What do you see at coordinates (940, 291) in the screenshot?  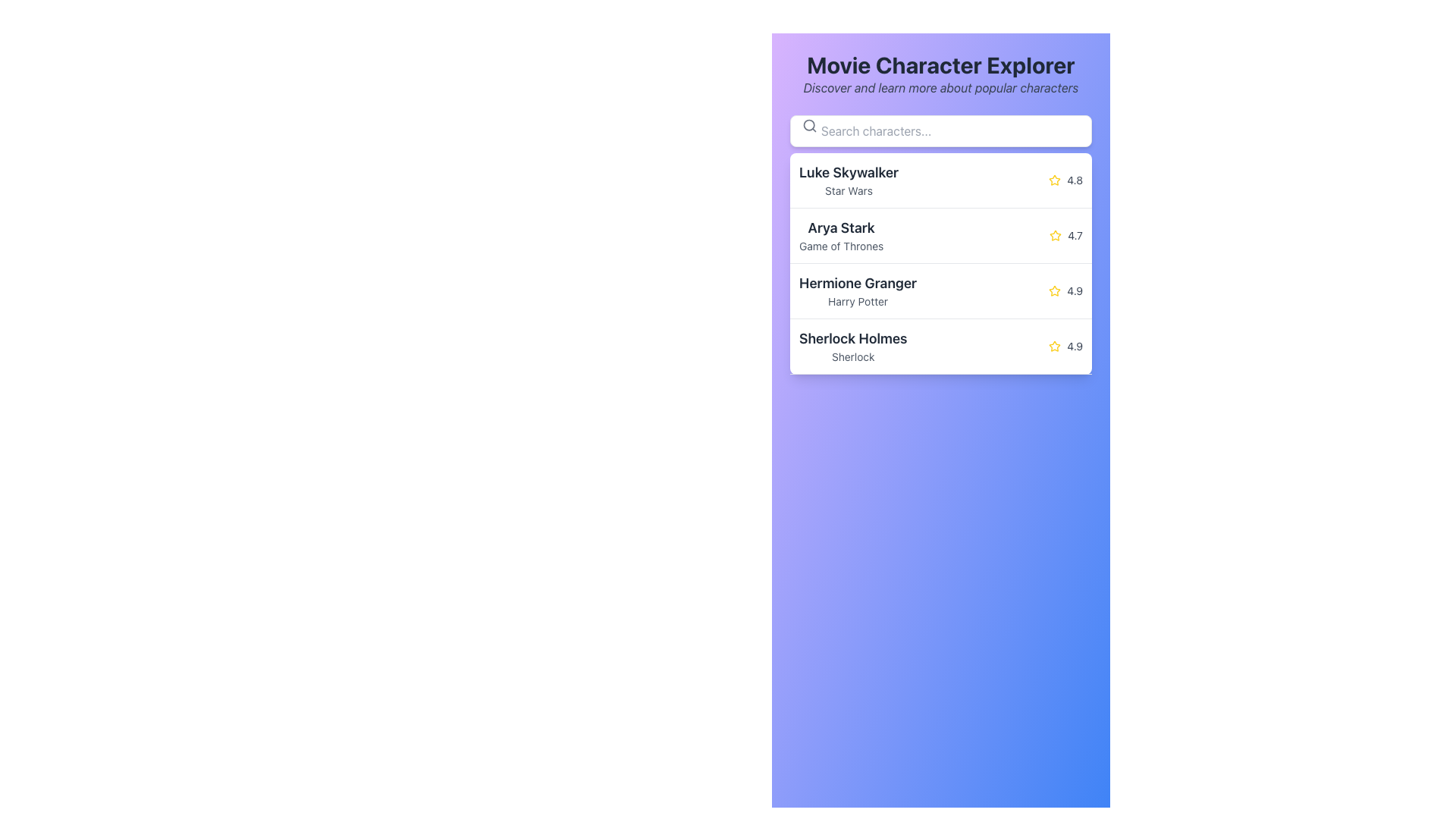 I see `the list item displaying 'Hermione Granger', which is the third item in the 'Movie Character Explorer' list` at bounding box center [940, 291].